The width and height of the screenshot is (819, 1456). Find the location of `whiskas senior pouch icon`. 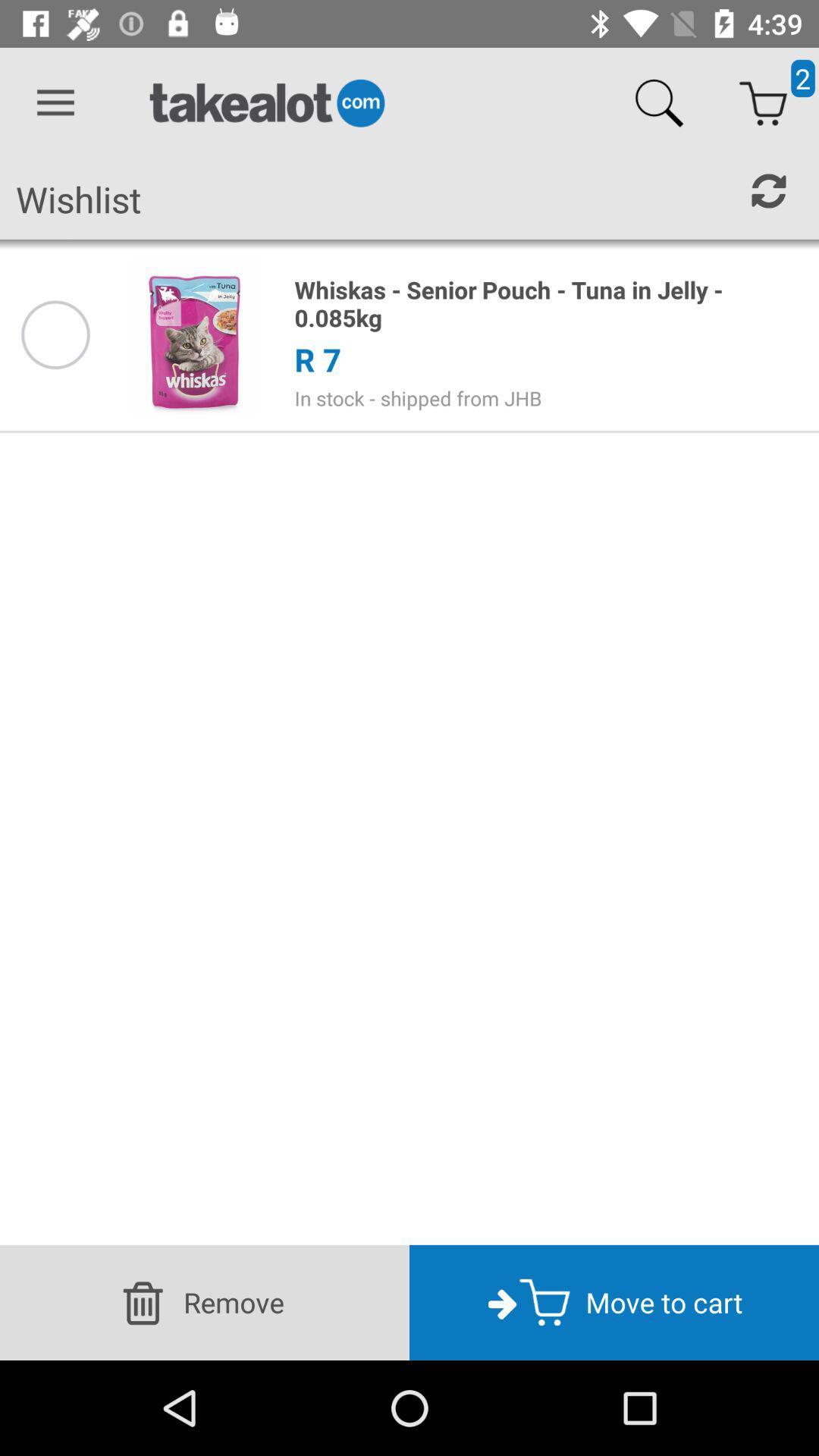

whiskas senior pouch icon is located at coordinates (548, 303).